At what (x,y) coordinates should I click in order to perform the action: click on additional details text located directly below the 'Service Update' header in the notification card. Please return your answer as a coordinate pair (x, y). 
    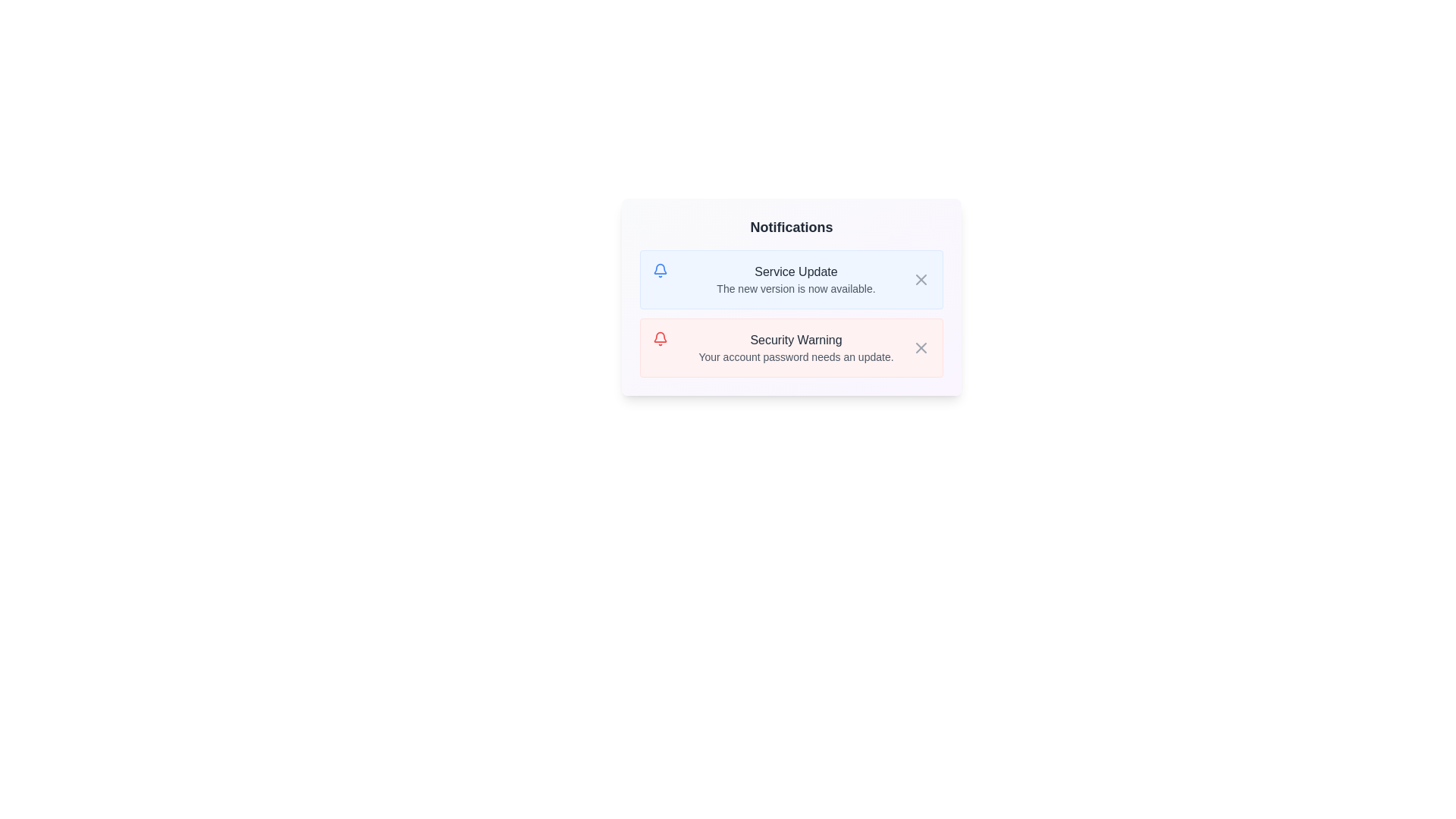
    Looking at the image, I should click on (795, 289).